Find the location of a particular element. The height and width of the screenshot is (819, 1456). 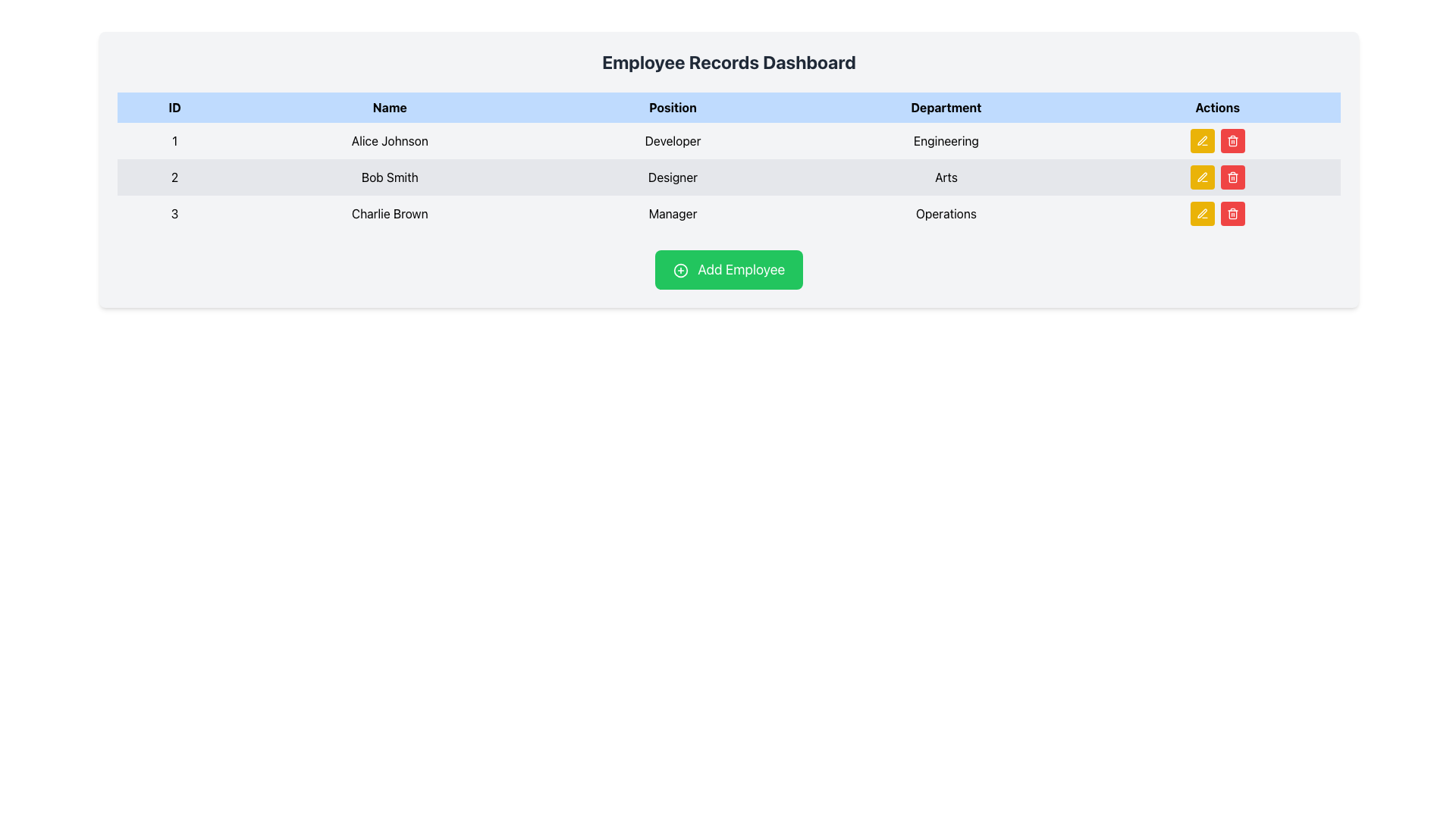

the decorative SVG circle within the 'Add Employee' button, which enhances its visual representation and is located at the center of the button is located at coordinates (679, 270).